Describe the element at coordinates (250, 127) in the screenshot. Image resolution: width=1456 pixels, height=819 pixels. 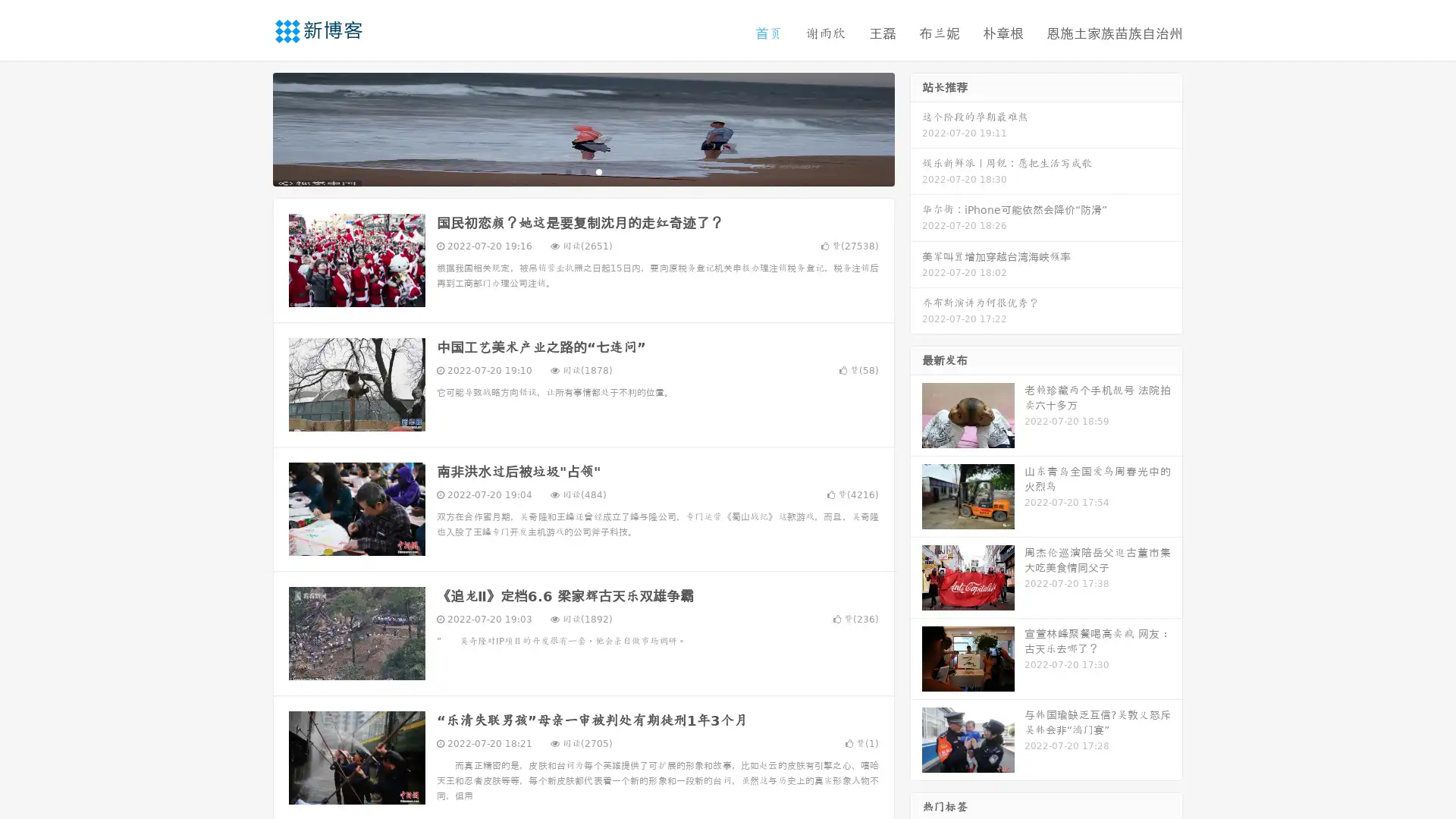
I see `Previous slide` at that location.